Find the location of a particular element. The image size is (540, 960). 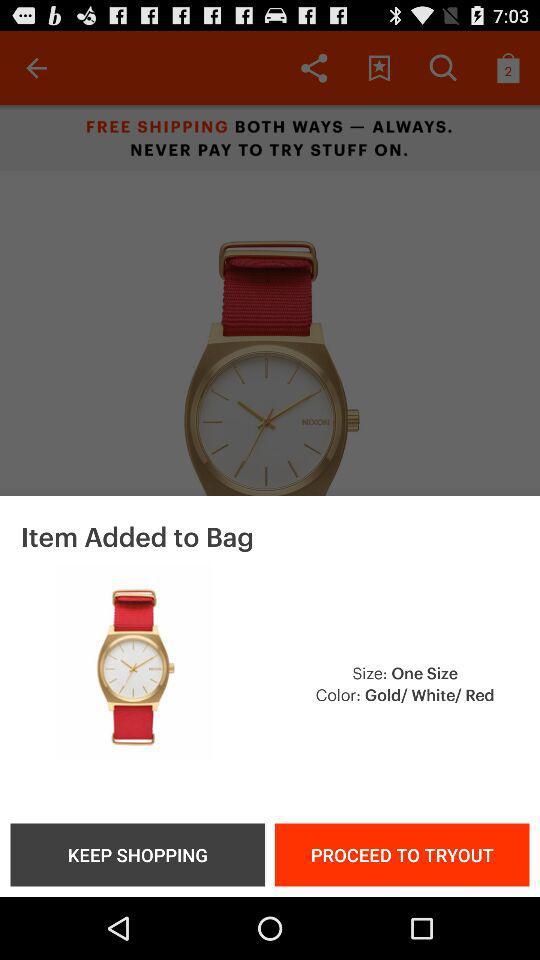

item next to the keep shopping is located at coordinates (402, 853).